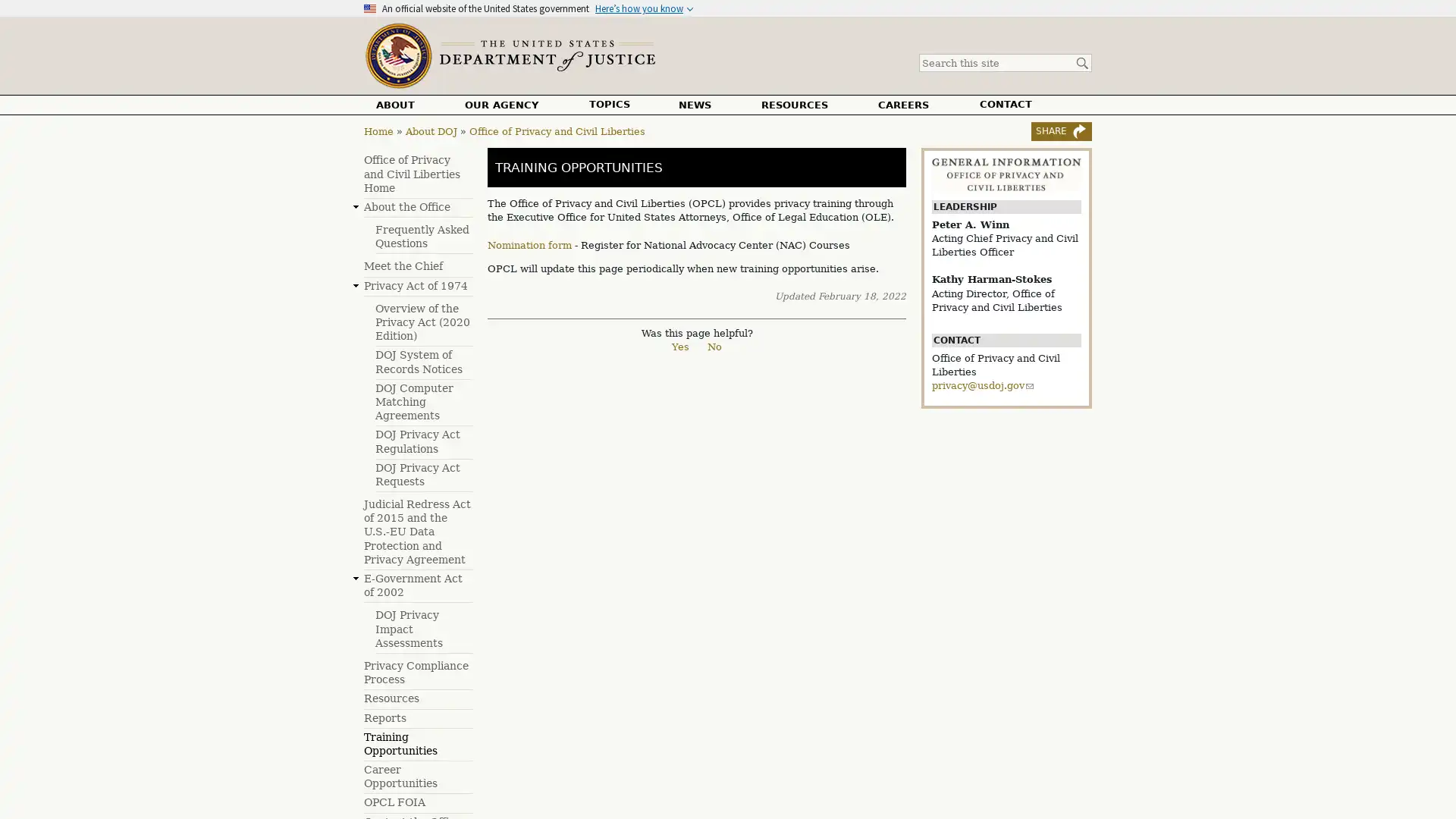 This screenshot has width=1456, height=819. Describe the element at coordinates (644, 8) in the screenshot. I see `Heres how you know` at that location.